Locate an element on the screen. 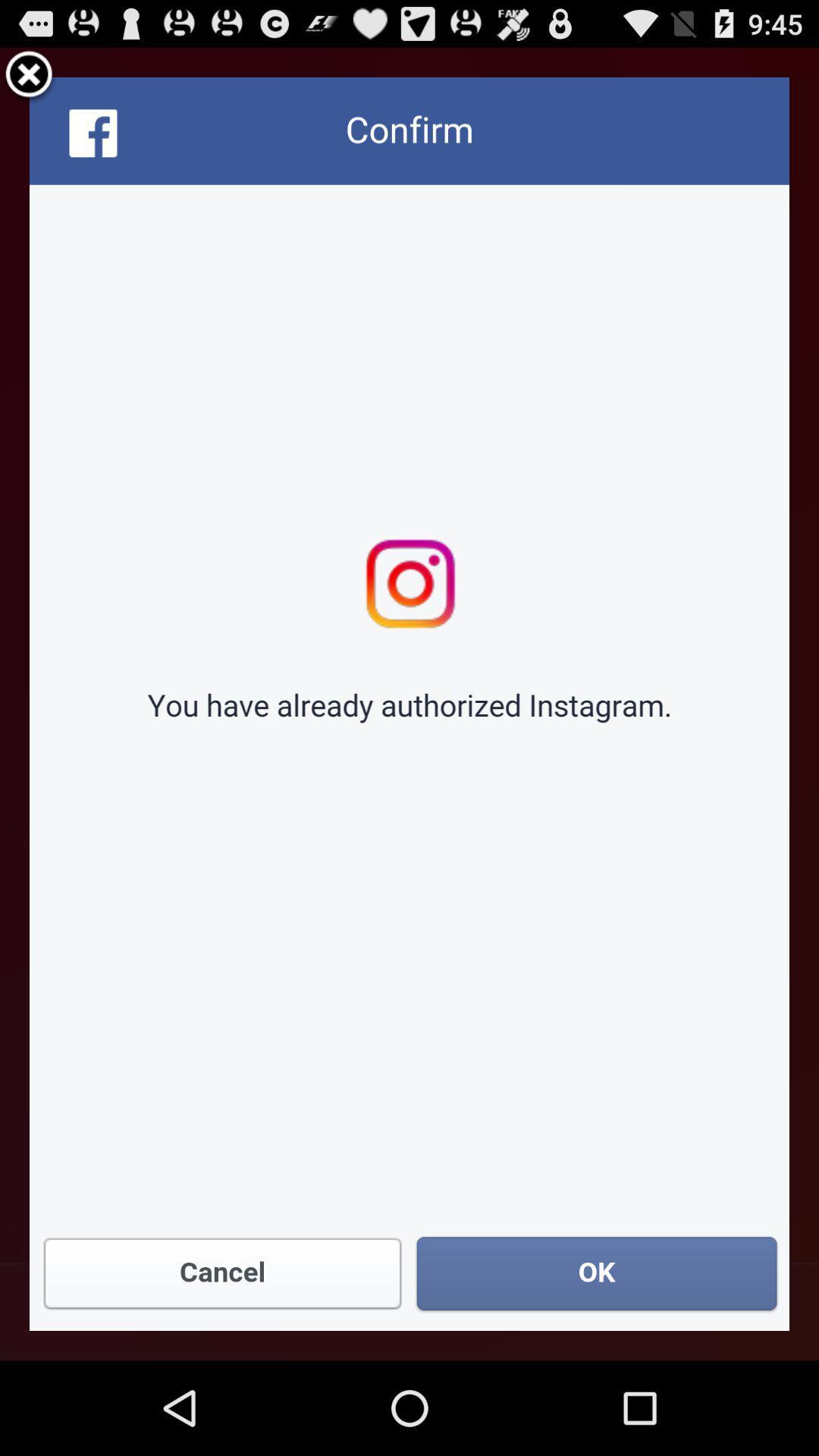 The image size is (819, 1456). cancel page is located at coordinates (29, 76).